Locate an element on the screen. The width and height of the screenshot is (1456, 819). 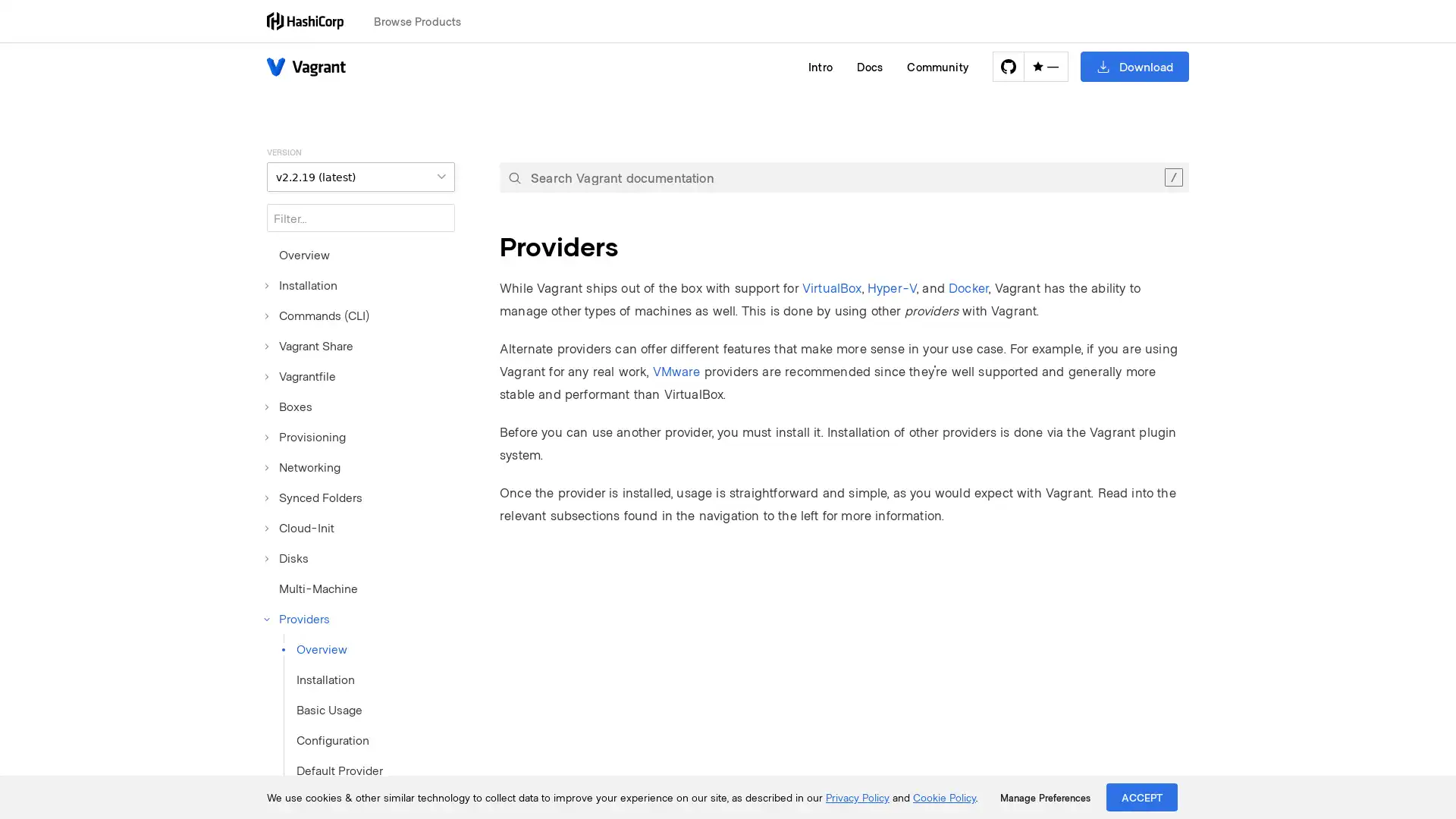
Manage Preferences is located at coordinates (1044, 797).